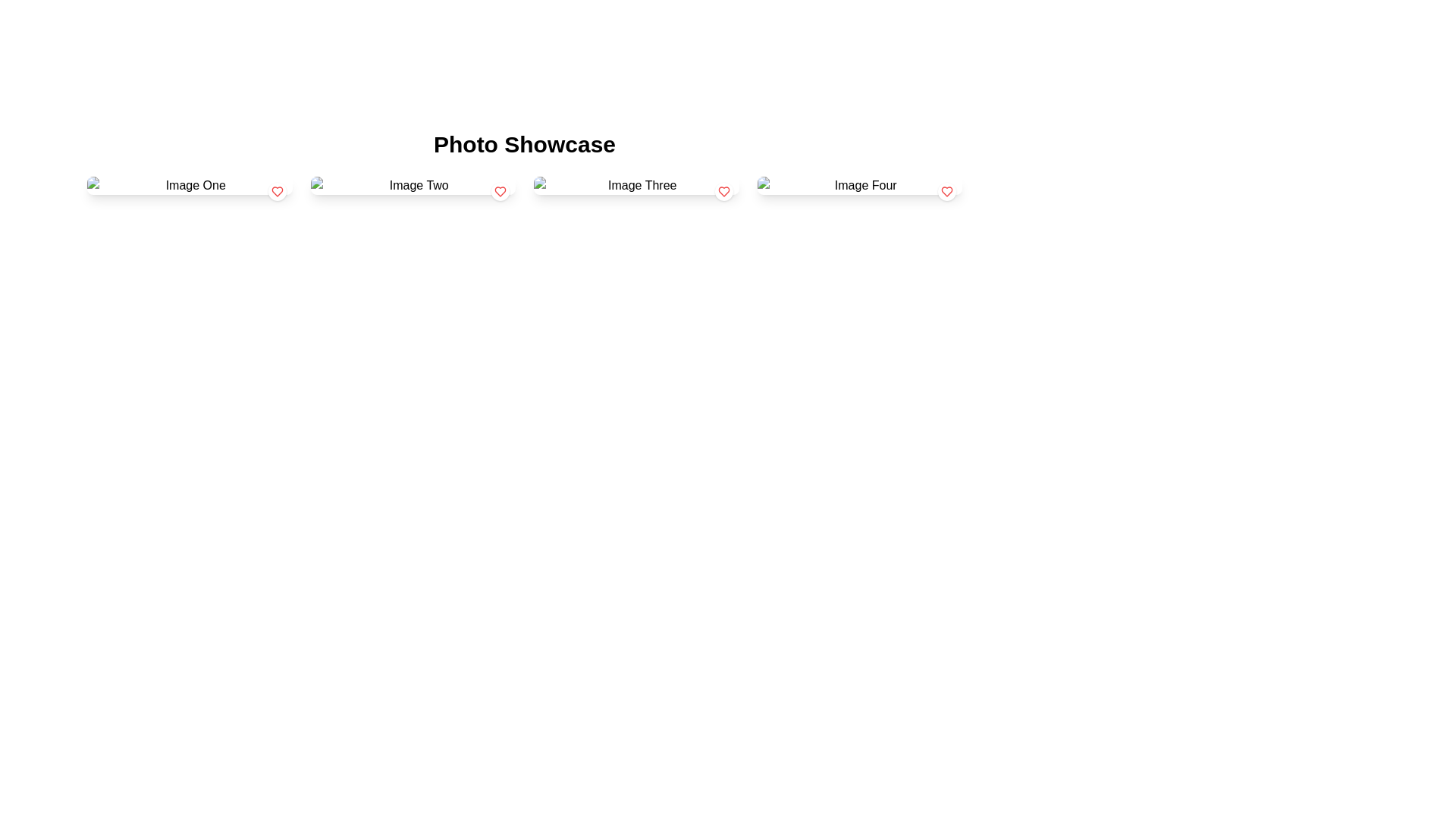  Describe the element at coordinates (413, 185) in the screenshot. I see `the interactive card representing 'Image Two' in the 'Photo Showcase' grid` at that location.